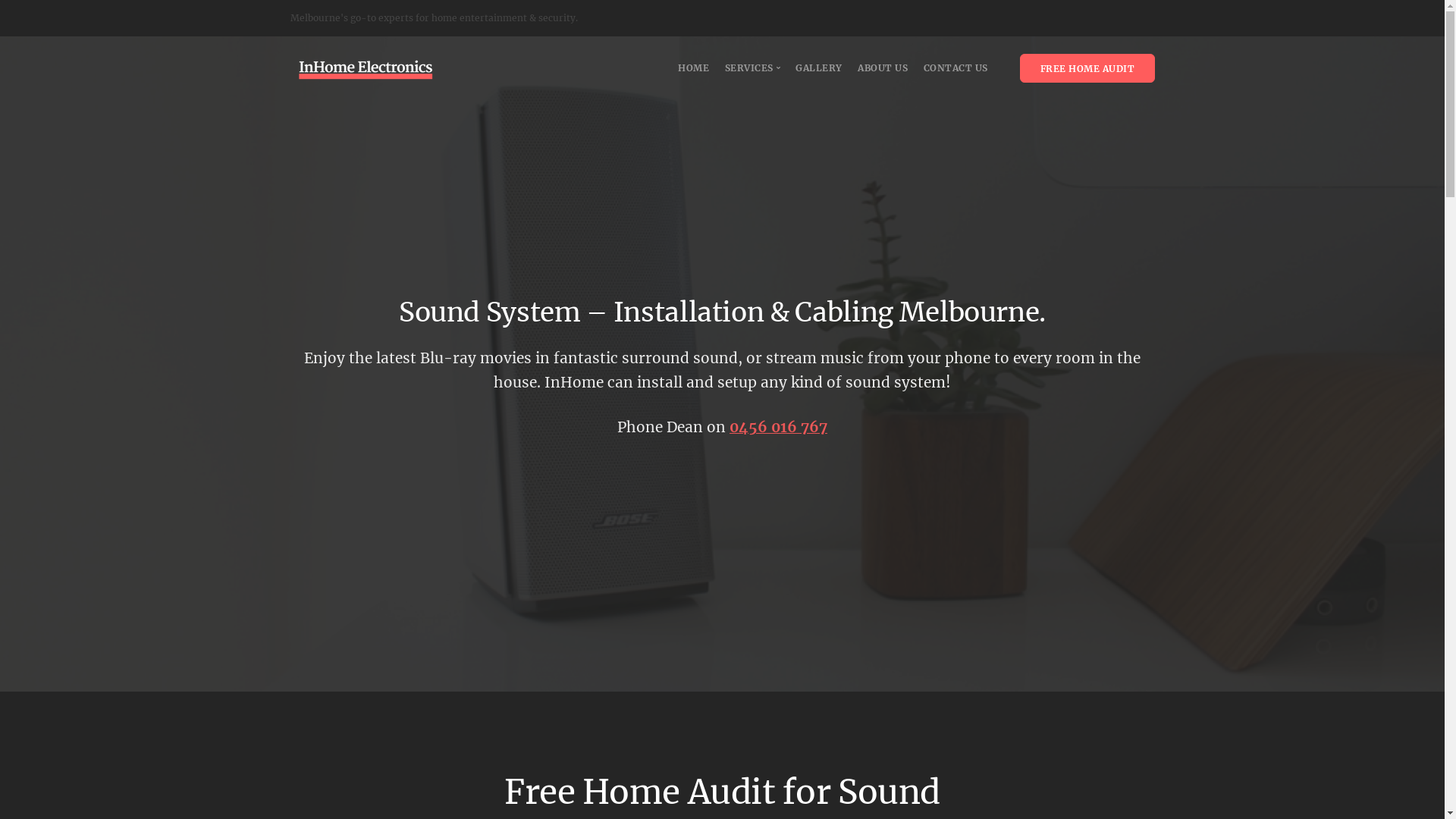 This screenshot has width=1456, height=819. Describe the element at coordinates (818, 67) in the screenshot. I see `'GALLERY'` at that location.